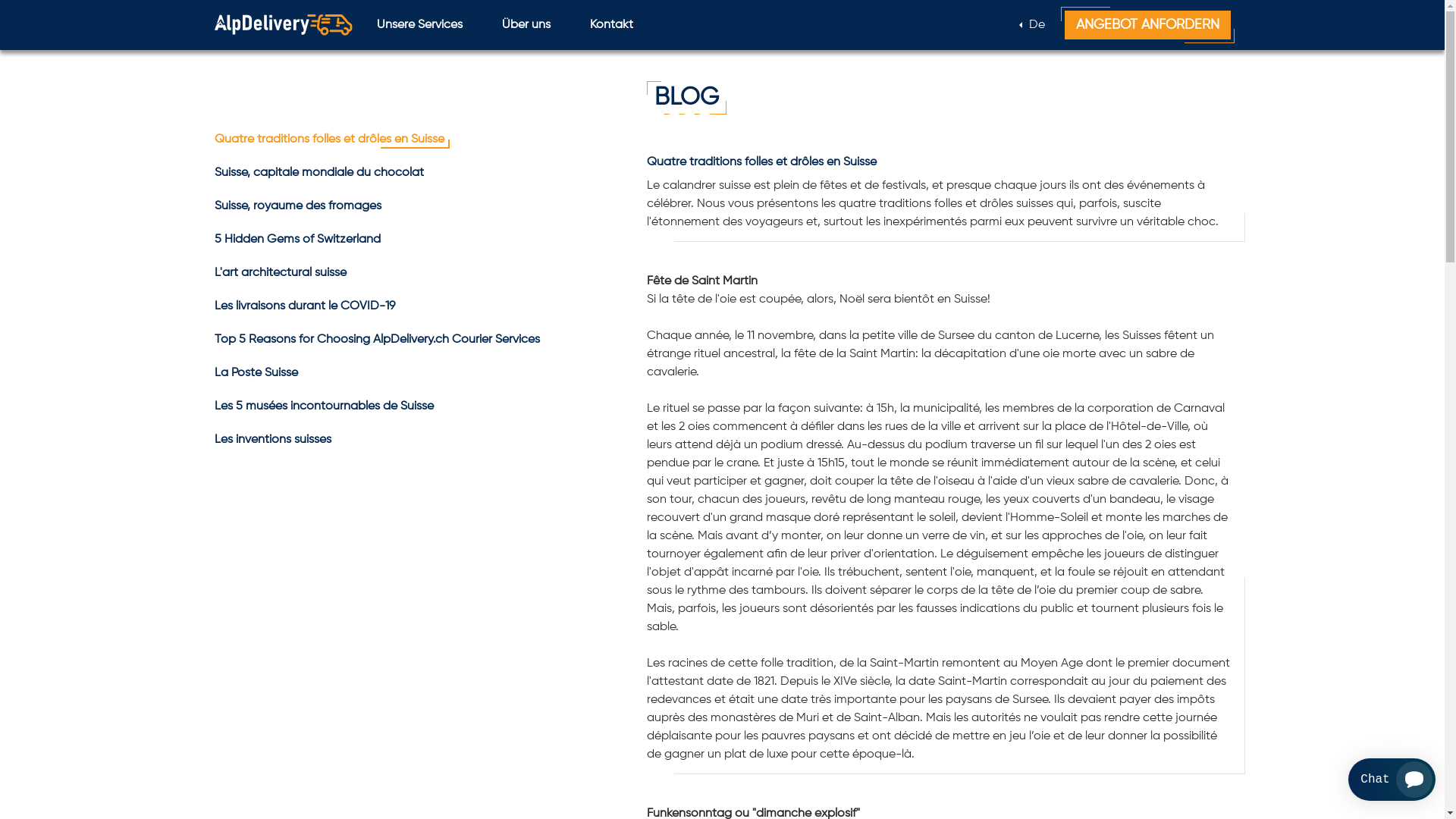  I want to click on 'Suisse, royaume des fromages', so click(297, 206).